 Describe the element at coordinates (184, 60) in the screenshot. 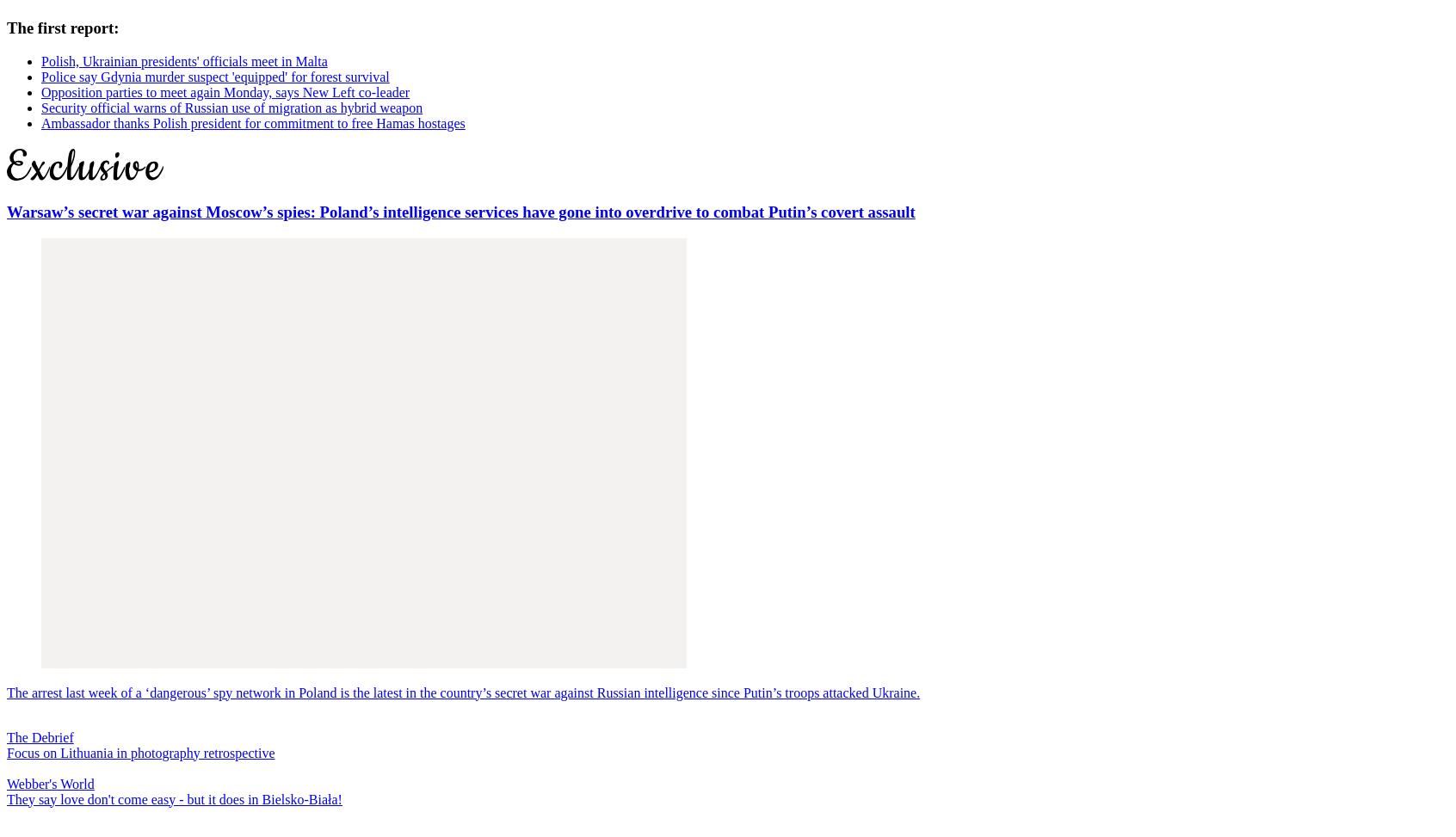

I see `'Polish, Ukrainian presidents' officials meet in Malta'` at that location.